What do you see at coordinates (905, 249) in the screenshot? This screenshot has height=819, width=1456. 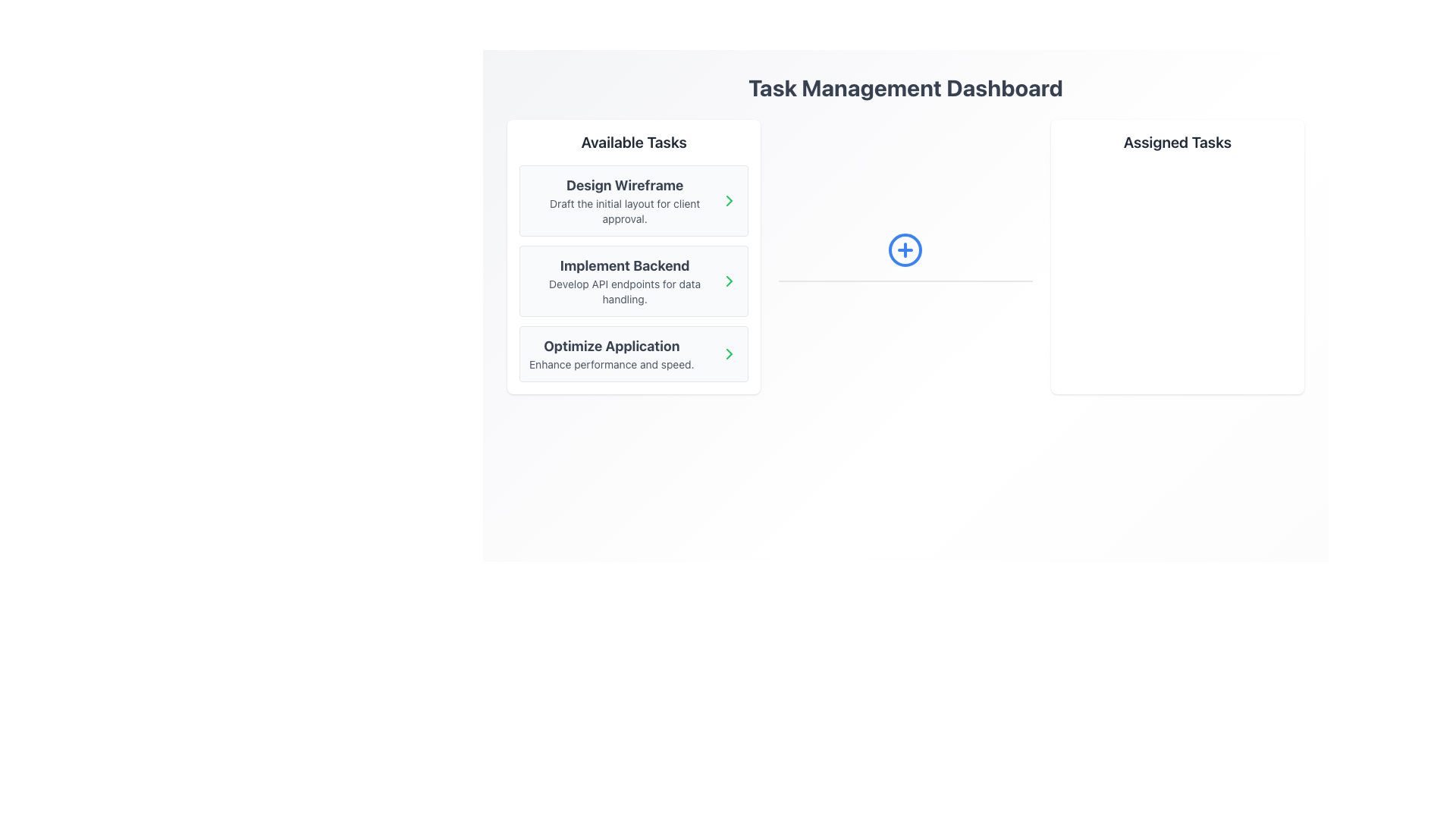 I see `the center of the circular blue outlined button with a blue plus sign` at bounding box center [905, 249].